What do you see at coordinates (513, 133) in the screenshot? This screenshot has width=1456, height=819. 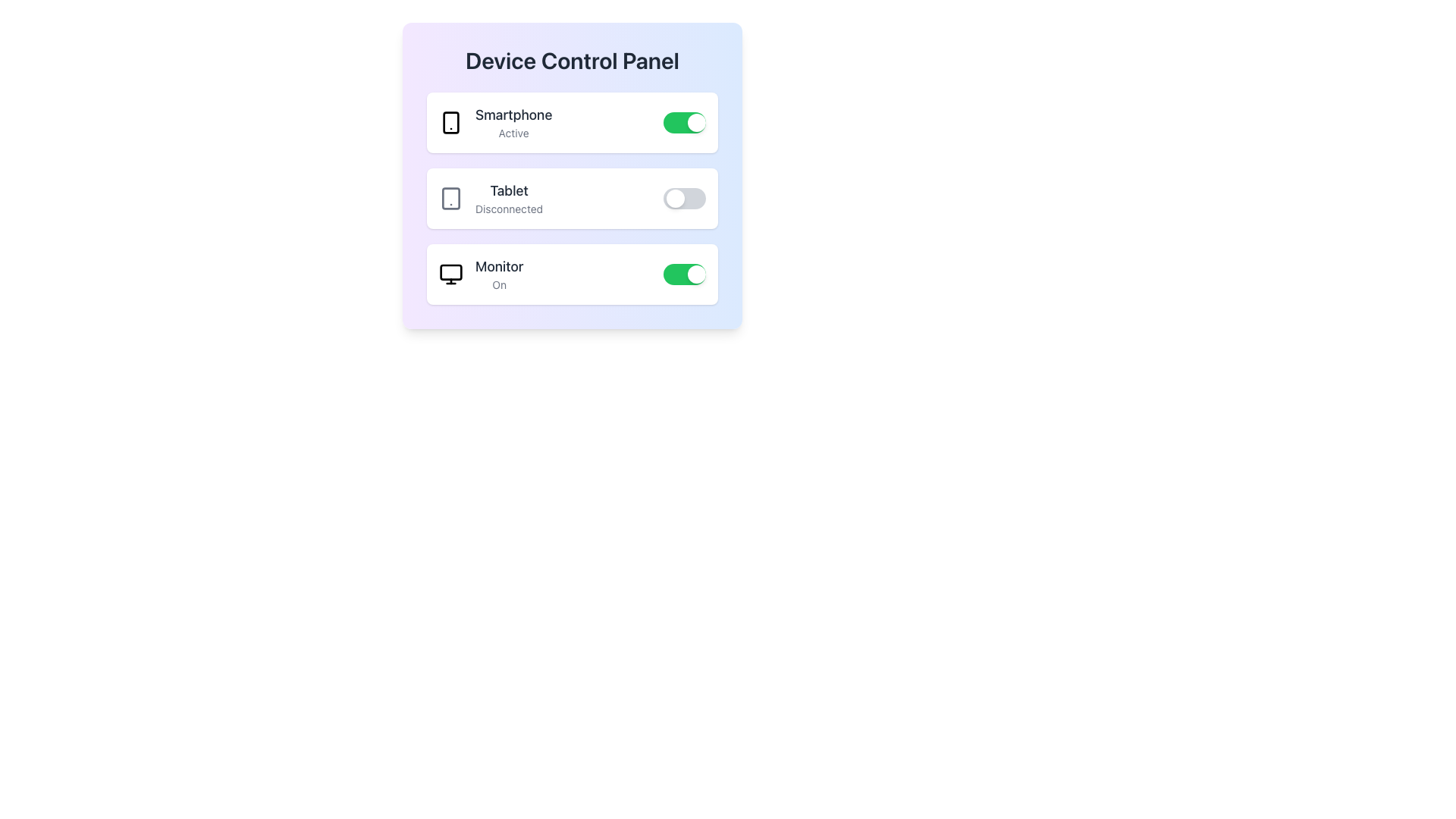 I see `the text label displaying 'Active', which is styled in a small gray font and located beneath the 'Smartphone' label in the 'Device Control Panel'` at bounding box center [513, 133].